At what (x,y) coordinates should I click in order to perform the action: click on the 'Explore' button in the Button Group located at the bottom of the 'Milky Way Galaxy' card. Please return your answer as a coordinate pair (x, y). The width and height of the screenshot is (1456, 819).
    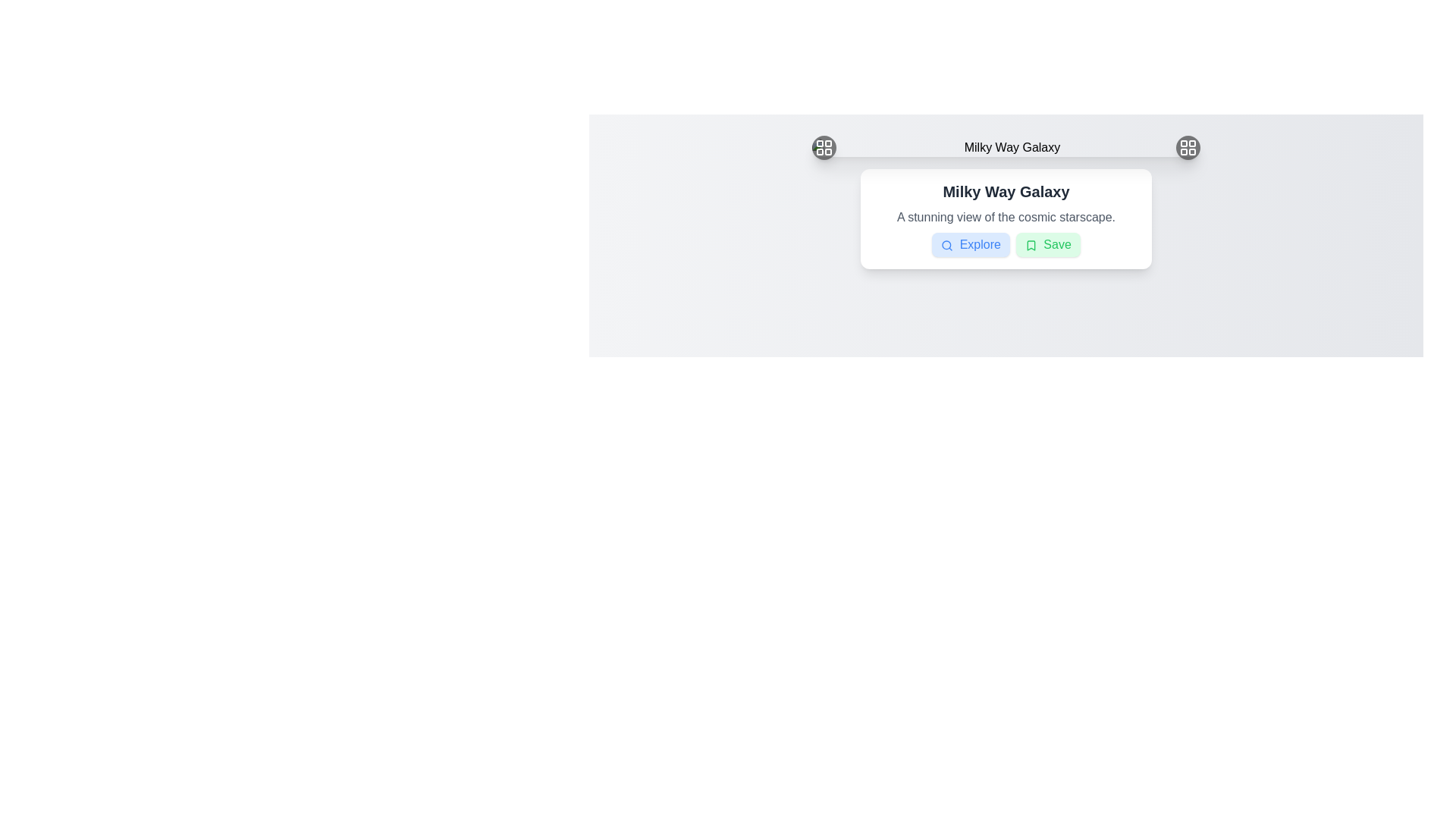
    Looking at the image, I should click on (1006, 244).